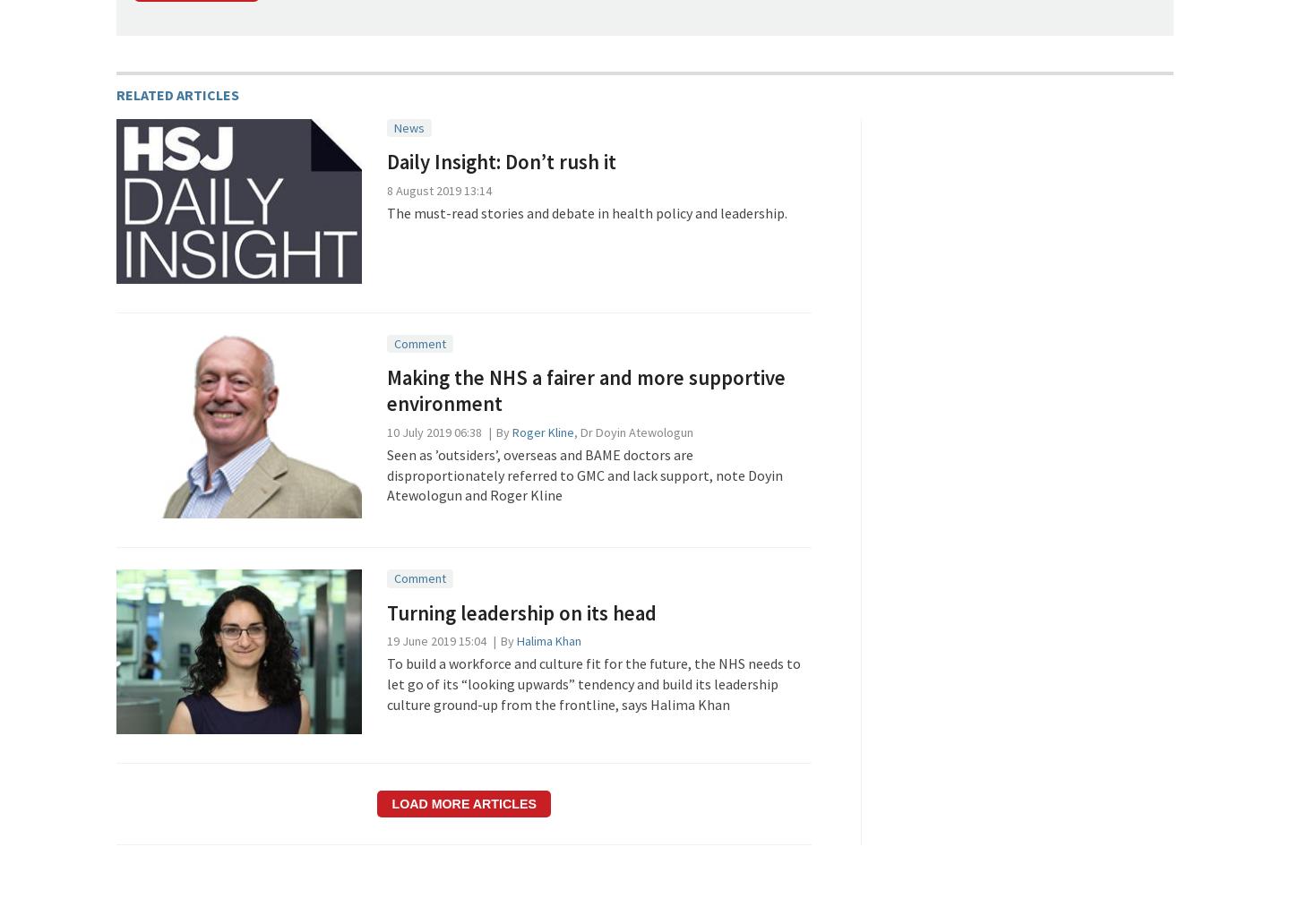  What do you see at coordinates (583, 475) in the screenshot?
I see `'Seen as ’outsiders’, overseas and BAME doctors are disproportionately referred to GMC and lack support, note Doyin Atewologun and Roger Kline'` at bounding box center [583, 475].